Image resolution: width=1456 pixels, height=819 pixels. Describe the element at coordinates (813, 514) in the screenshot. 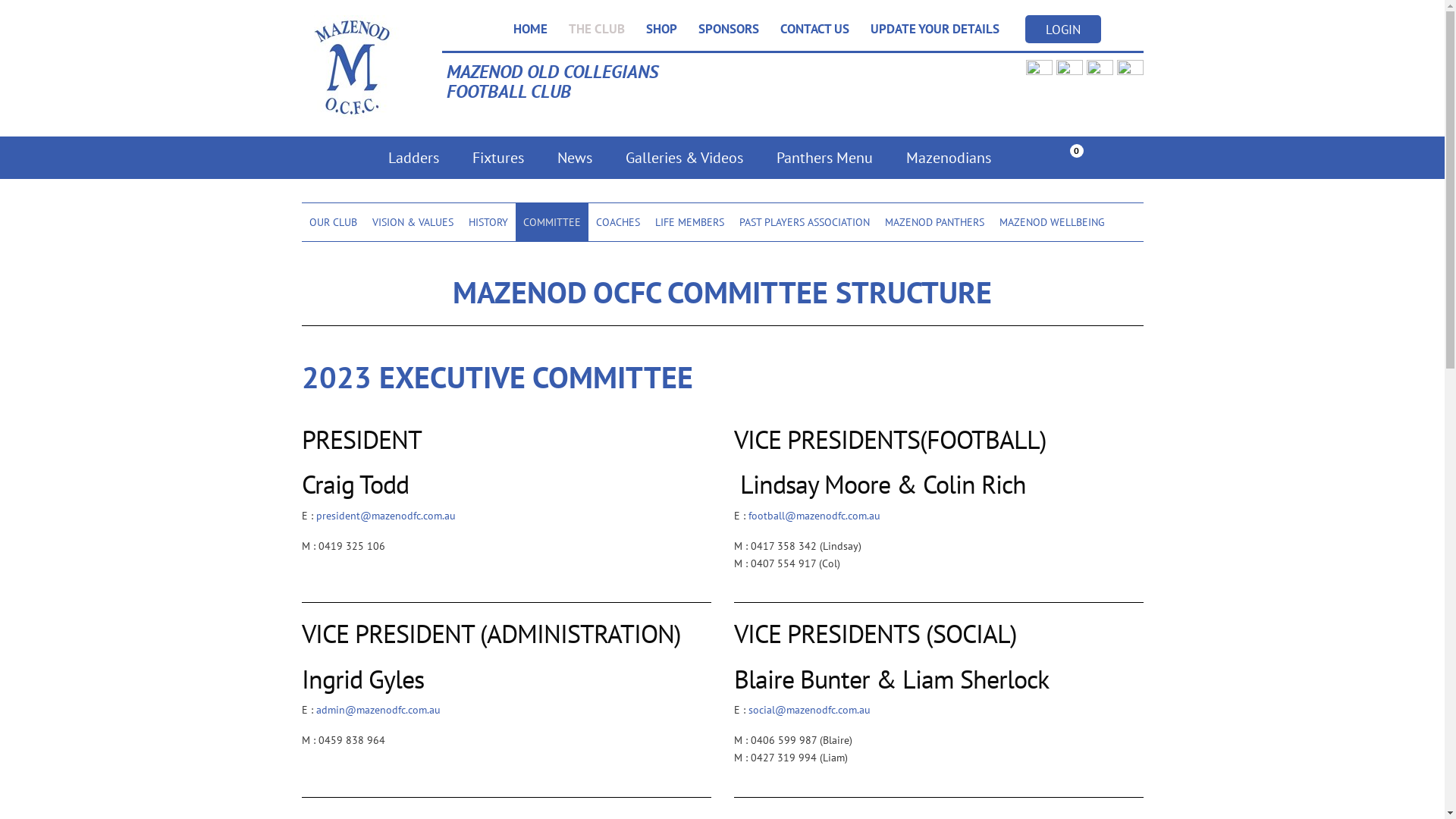

I see `'football@mazenodfc.com.au'` at that location.